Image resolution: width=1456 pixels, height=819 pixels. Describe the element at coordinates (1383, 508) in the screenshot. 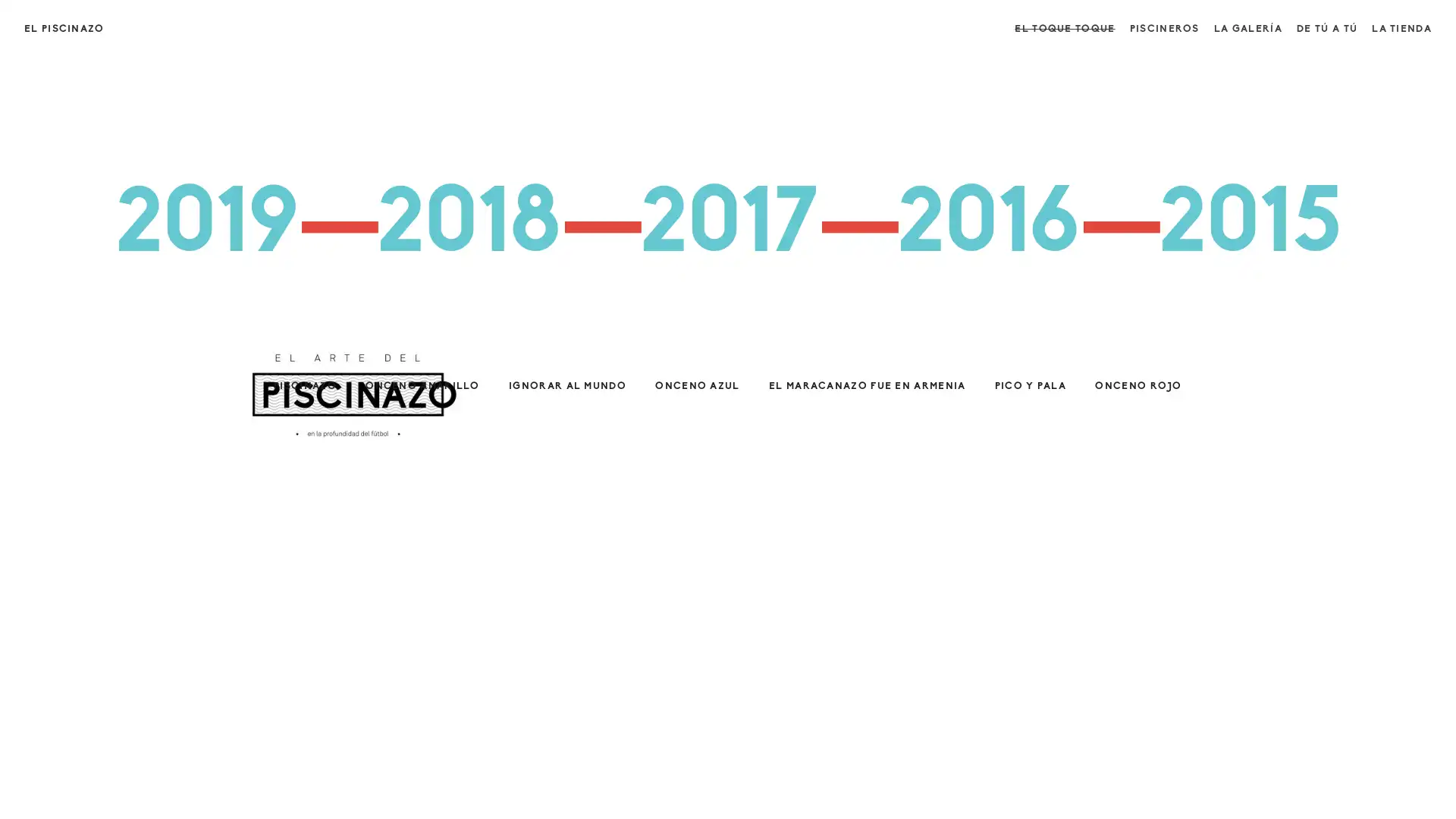

I see `Close` at that location.